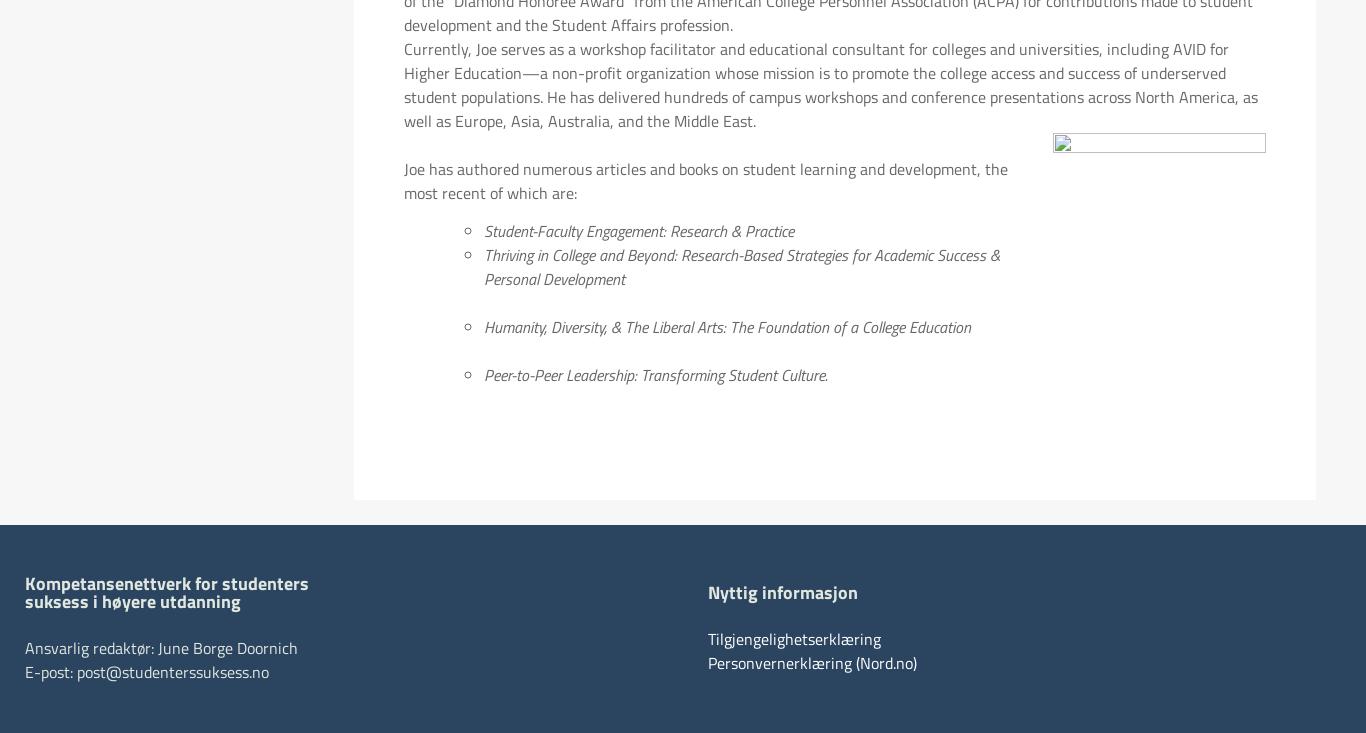 This screenshot has width=1366, height=733. Describe the element at coordinates (132, 599) in the screenshot. I see `'suksess i høyere utdanning'` at that location.